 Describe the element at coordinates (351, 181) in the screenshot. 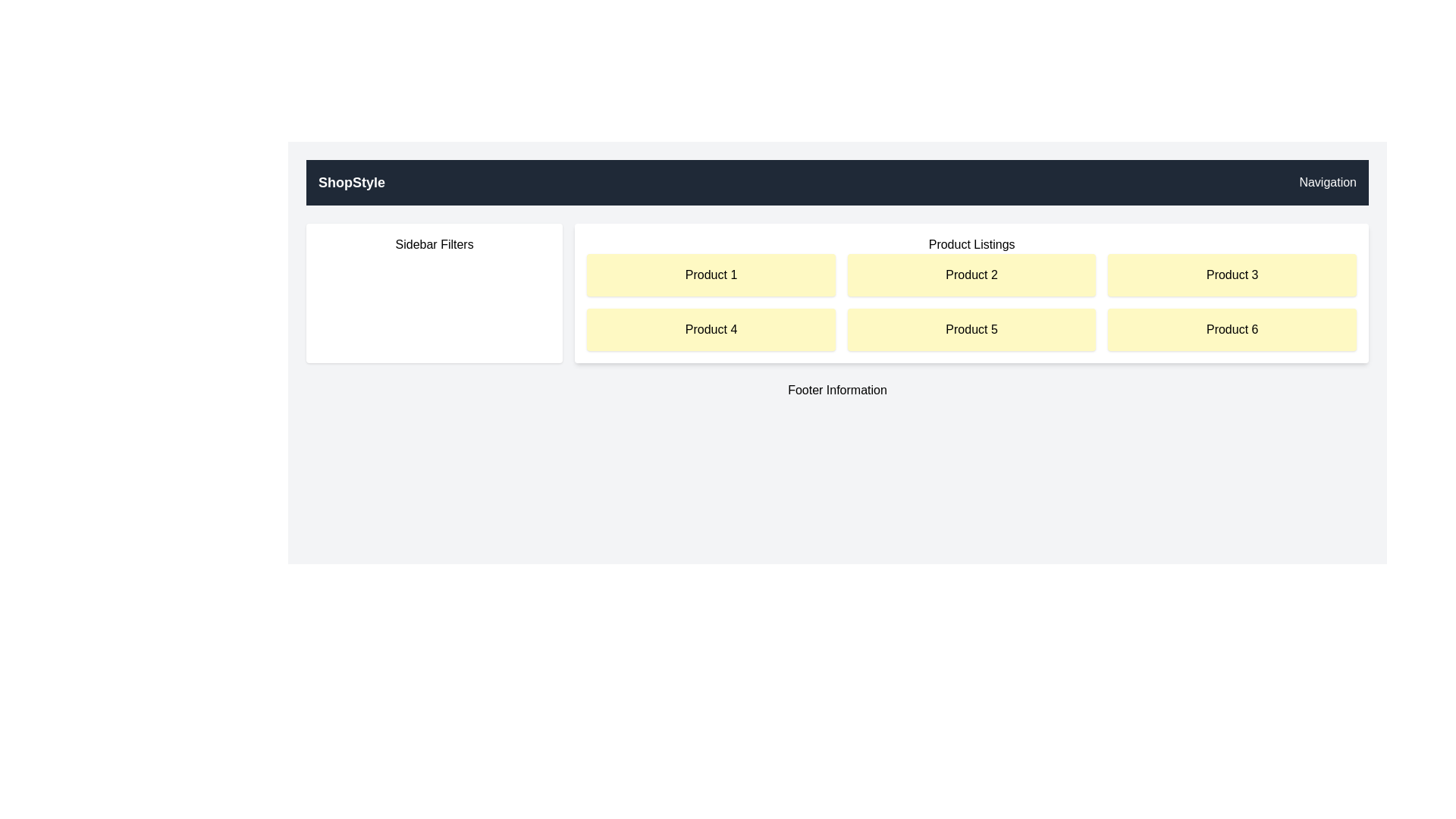

I see `bold text label displaying 'ShopStyle' located at the top-left corner of the dark horizontal navigation bar` at that location.